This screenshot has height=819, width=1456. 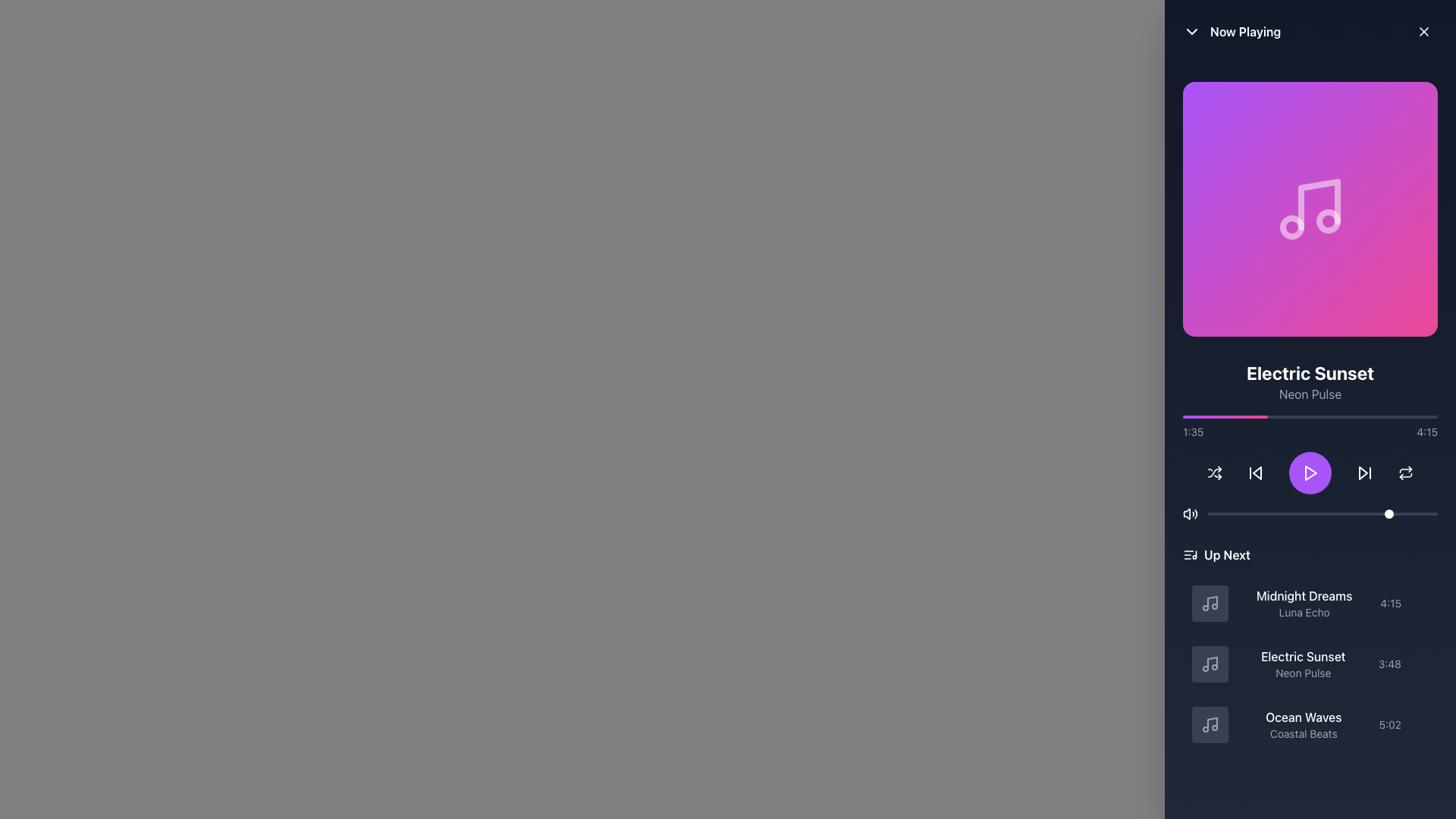 I want to click on text label 'Up Next' which is bold and located on the right side panel of the interface, positioned towards the upper-middle region, accompanied by a small icon resembling a list with a musical note, so click(x=1216, y=555).